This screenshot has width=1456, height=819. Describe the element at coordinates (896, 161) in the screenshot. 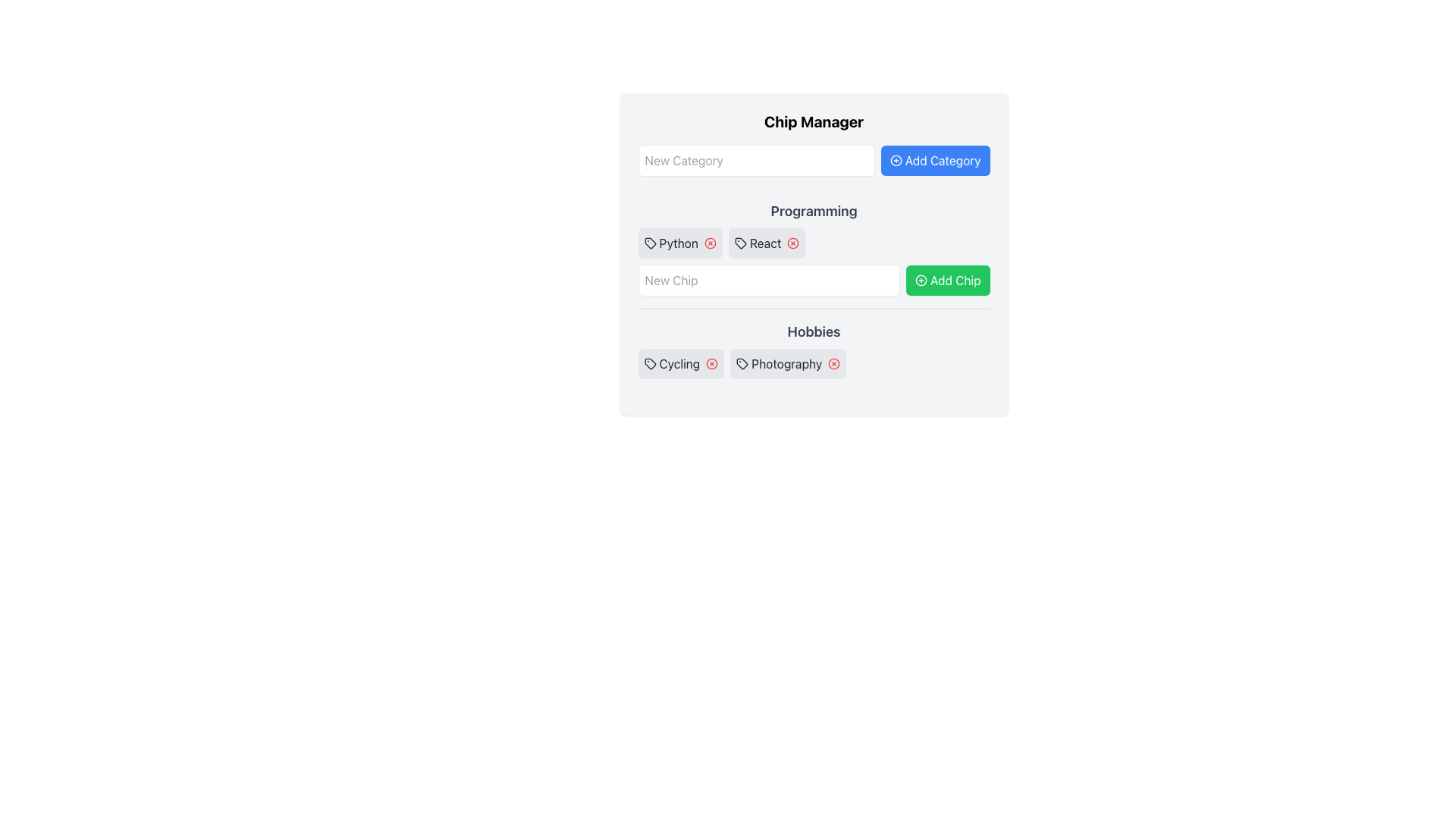

I see `the icon indicating the operation of adding a category, which is positioned within the blue 'Add Category' button, located to the right of the 'New Category' input field` at that location.